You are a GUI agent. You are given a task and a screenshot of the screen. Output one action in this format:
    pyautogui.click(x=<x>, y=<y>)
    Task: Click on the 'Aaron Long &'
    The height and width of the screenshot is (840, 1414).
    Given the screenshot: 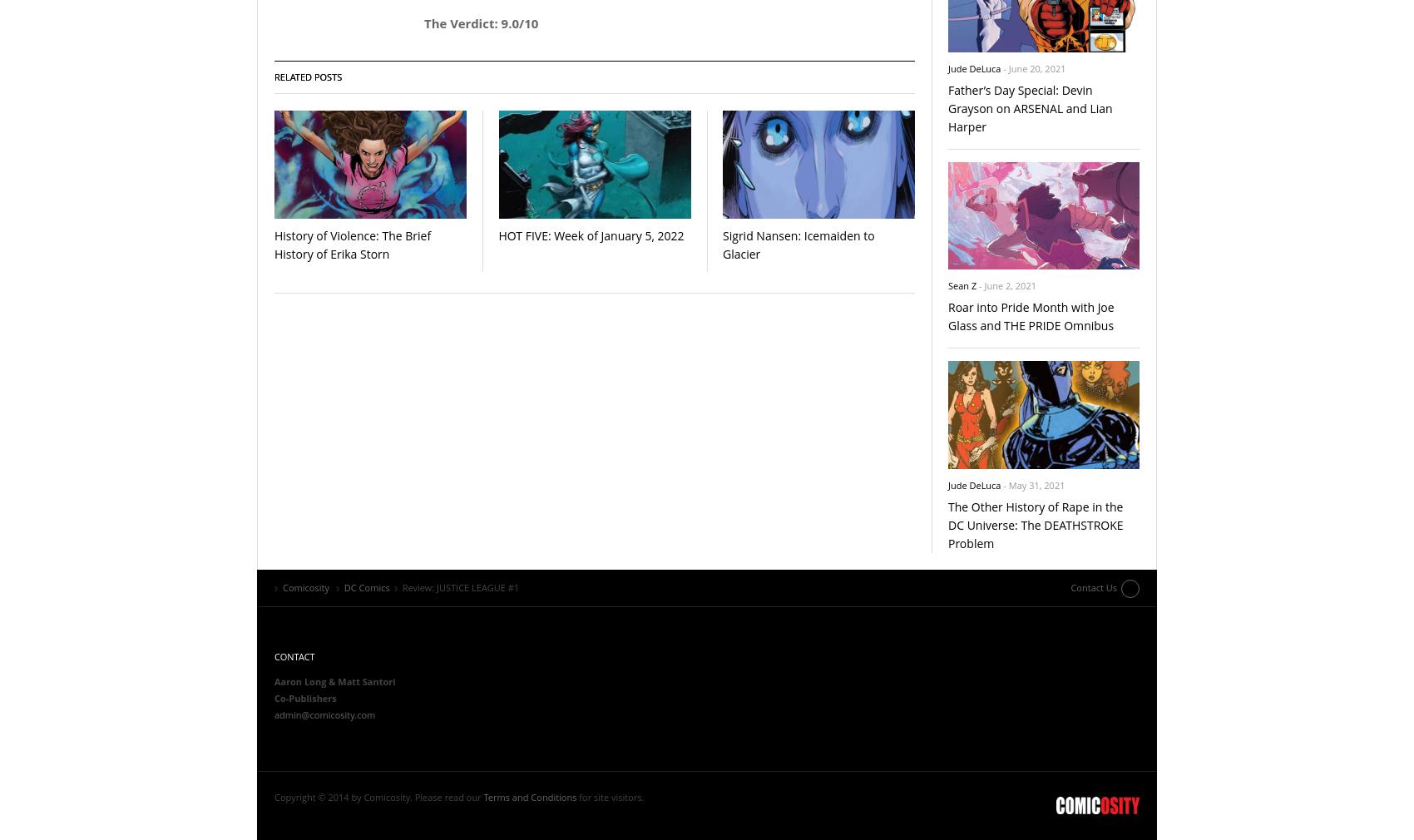 What is the action you would take?
    pyautogui.click(x=305, y=680)
    